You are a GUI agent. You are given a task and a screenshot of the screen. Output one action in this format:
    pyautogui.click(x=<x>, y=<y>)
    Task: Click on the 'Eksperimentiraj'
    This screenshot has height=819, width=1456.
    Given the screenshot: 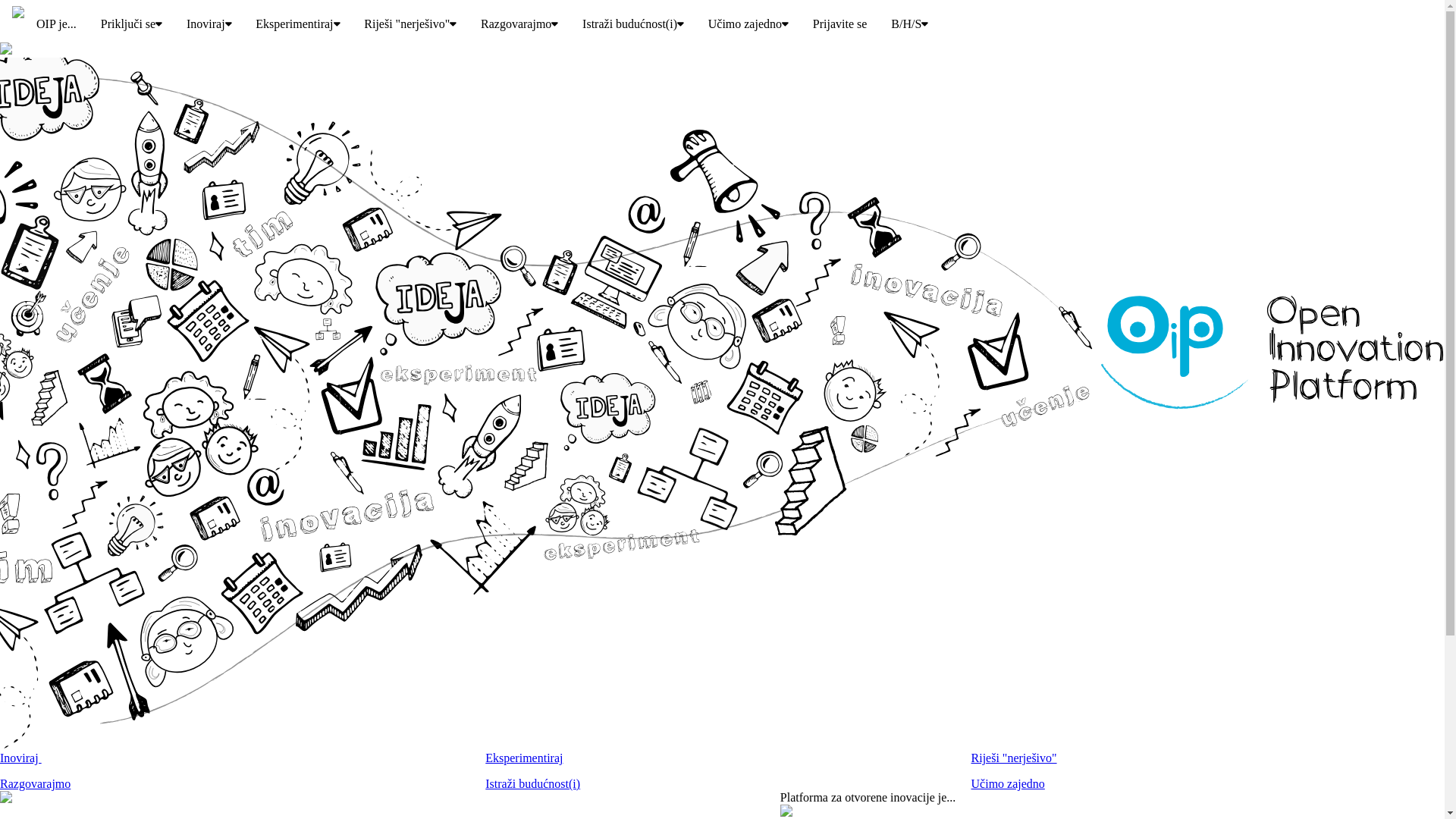 What is the action you would take?
    pyautogui.click(x=524, y=758)
    